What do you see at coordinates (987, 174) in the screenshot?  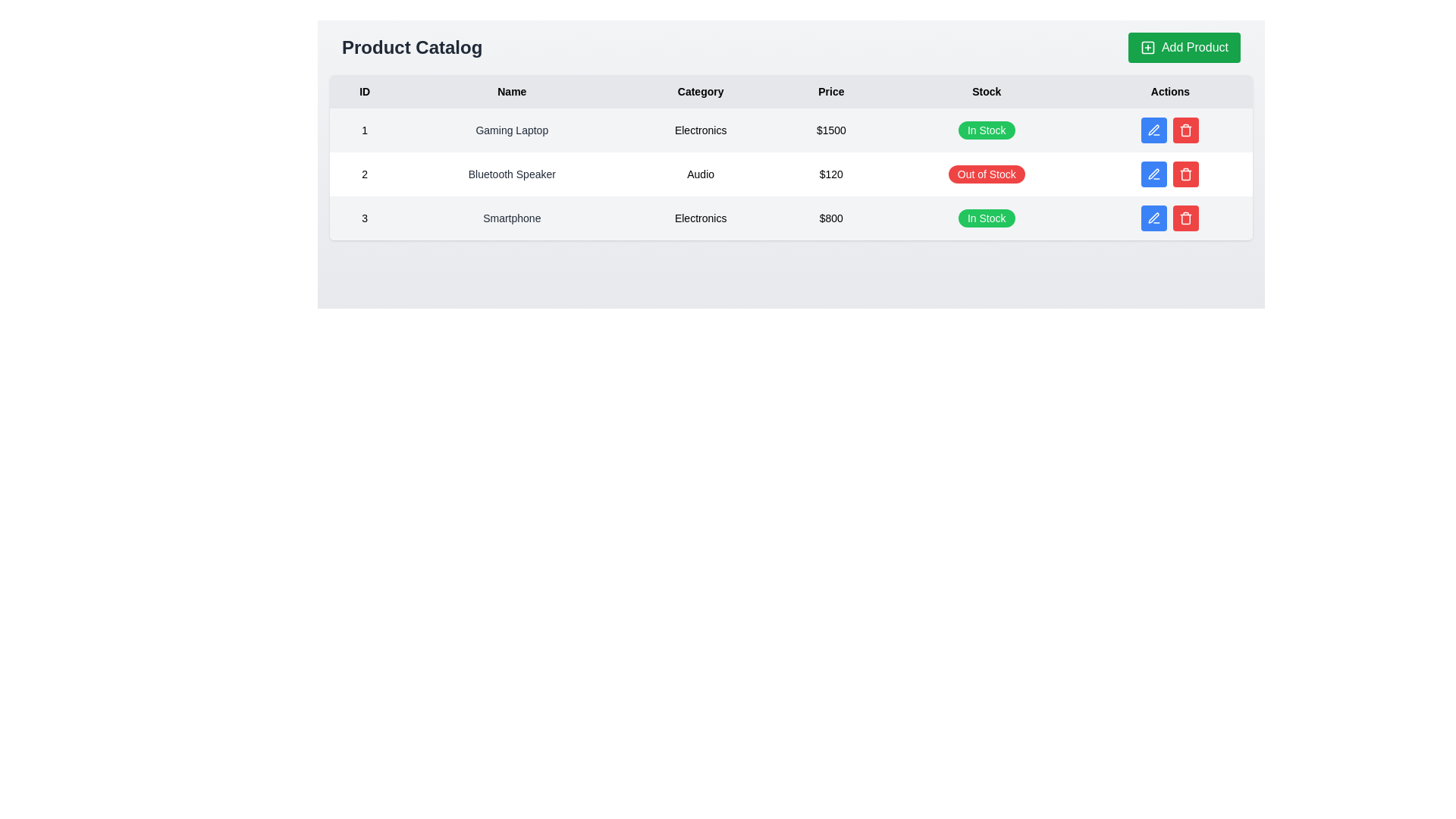 I see `the non-interactive red button labeled 'Out of Stock' located in the 'Stock' column of the table for 'Bluetooth Speaker'` at bounding box center [987, 174].